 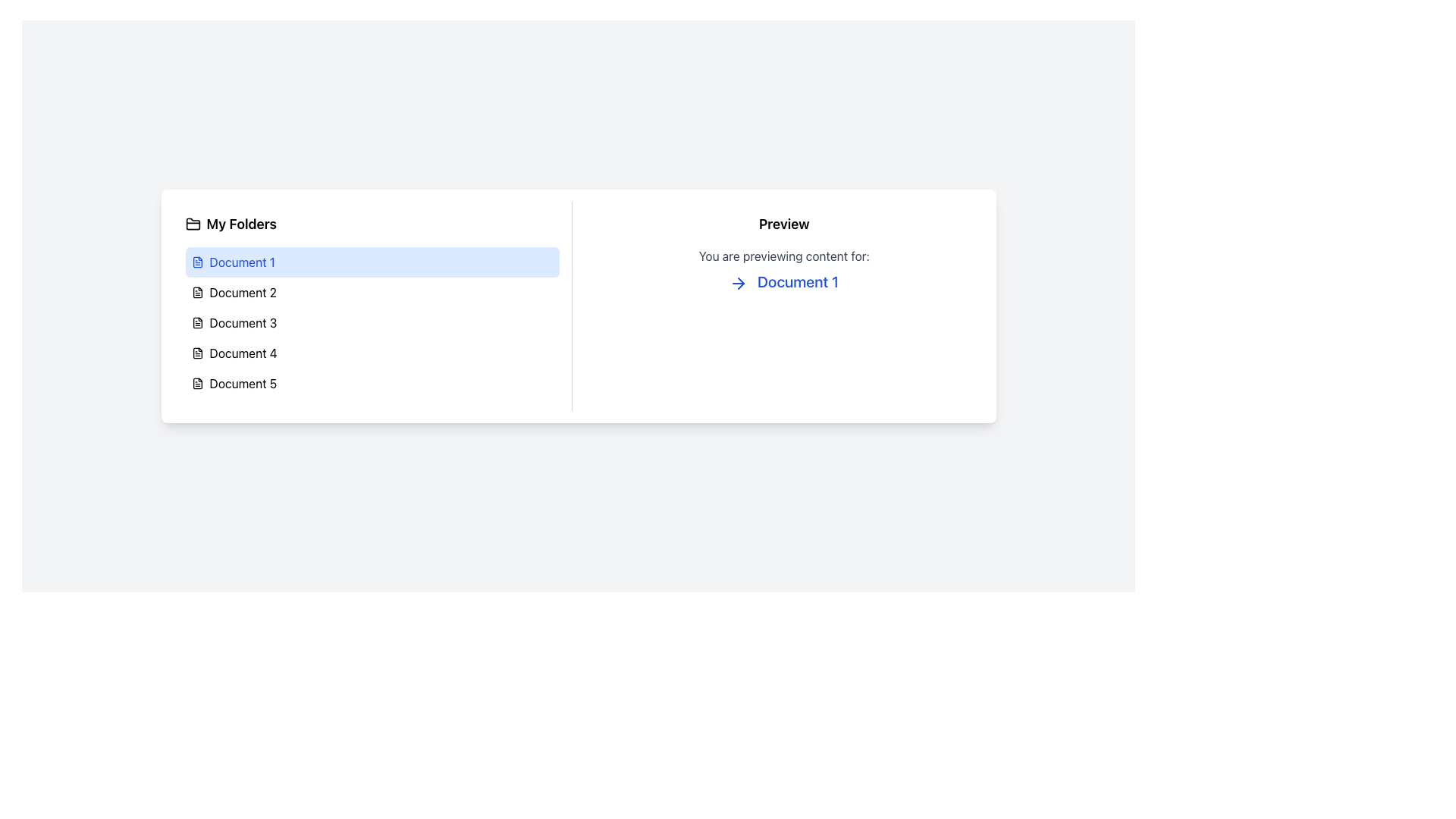 I want to click on the closed document file icon with a right-angled corner, which is the third document labeled 'Document 3' under the 'My Folders' section, so click(x=196, y=322).